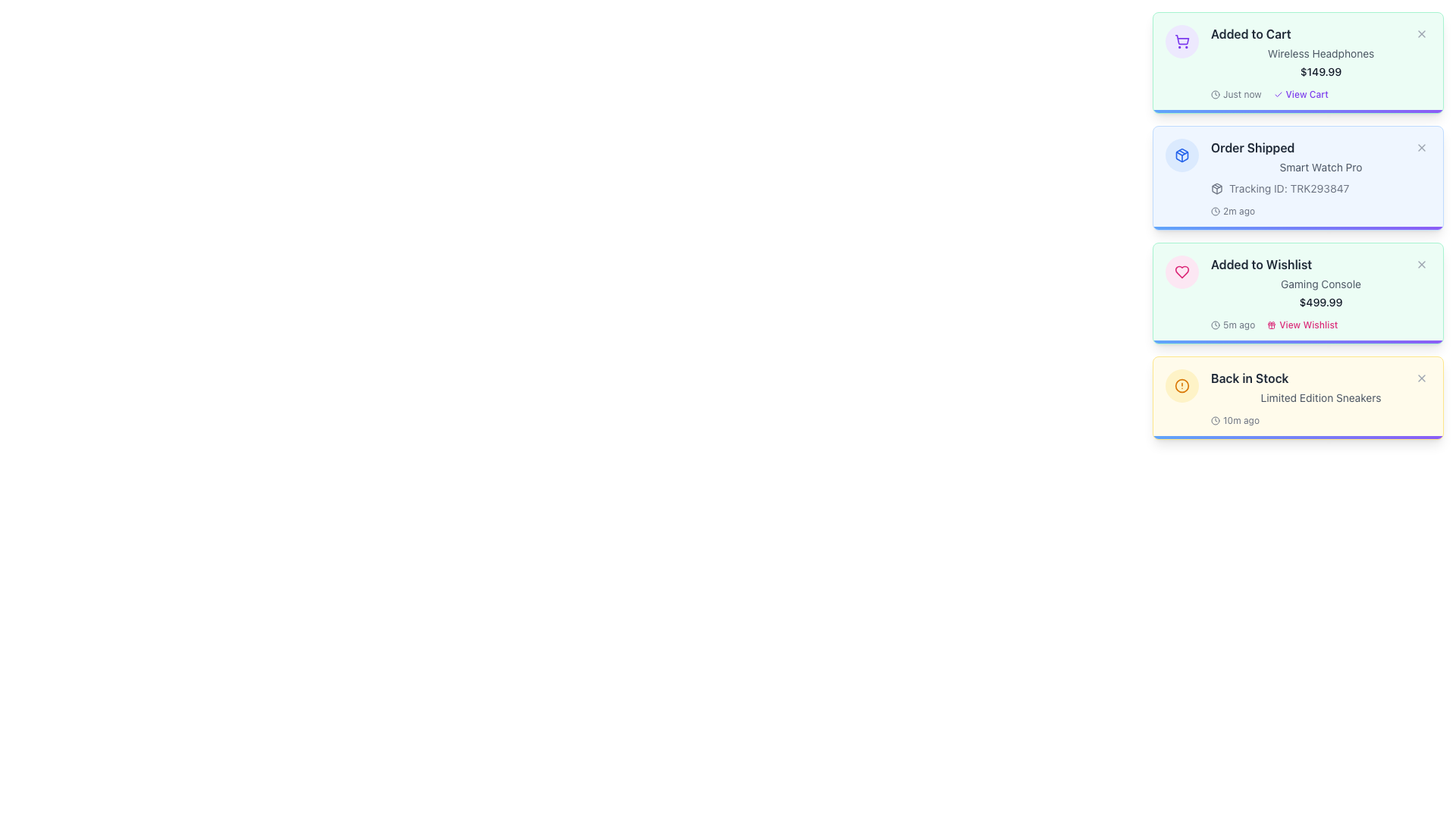 This screenshot has width=1456, height=819. Describe the element at coordinates (1320, 324) in the screenshot. I see `the Compound text and link component in the 'Added to Wishlist' notification card, which displays '5m ago' and 'View Wishlist'` at that location.